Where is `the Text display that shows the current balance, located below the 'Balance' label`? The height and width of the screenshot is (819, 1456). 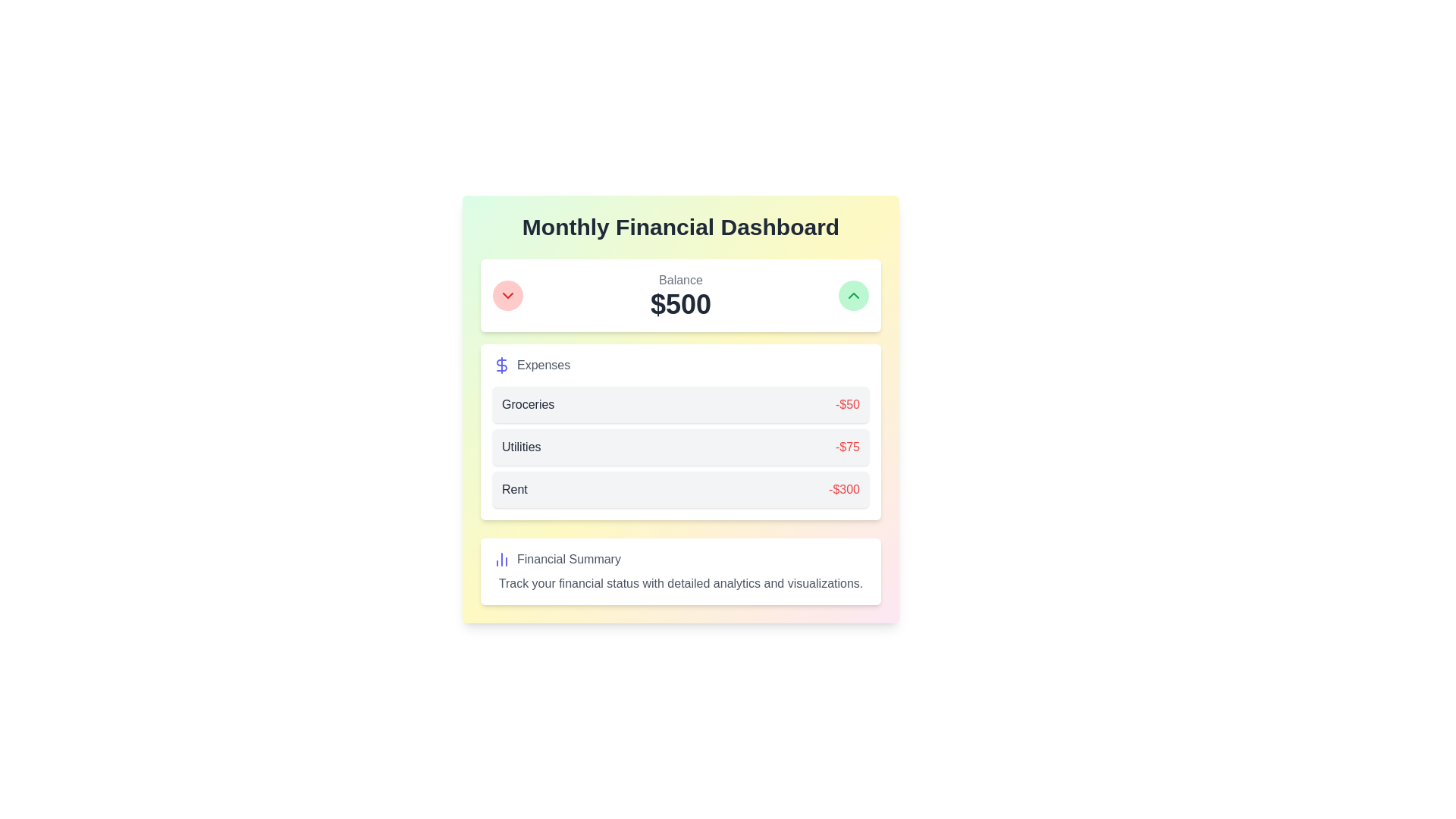
the Text display that shows the current balance, located below the 'Balance' label is located at coordinates (679, 304).